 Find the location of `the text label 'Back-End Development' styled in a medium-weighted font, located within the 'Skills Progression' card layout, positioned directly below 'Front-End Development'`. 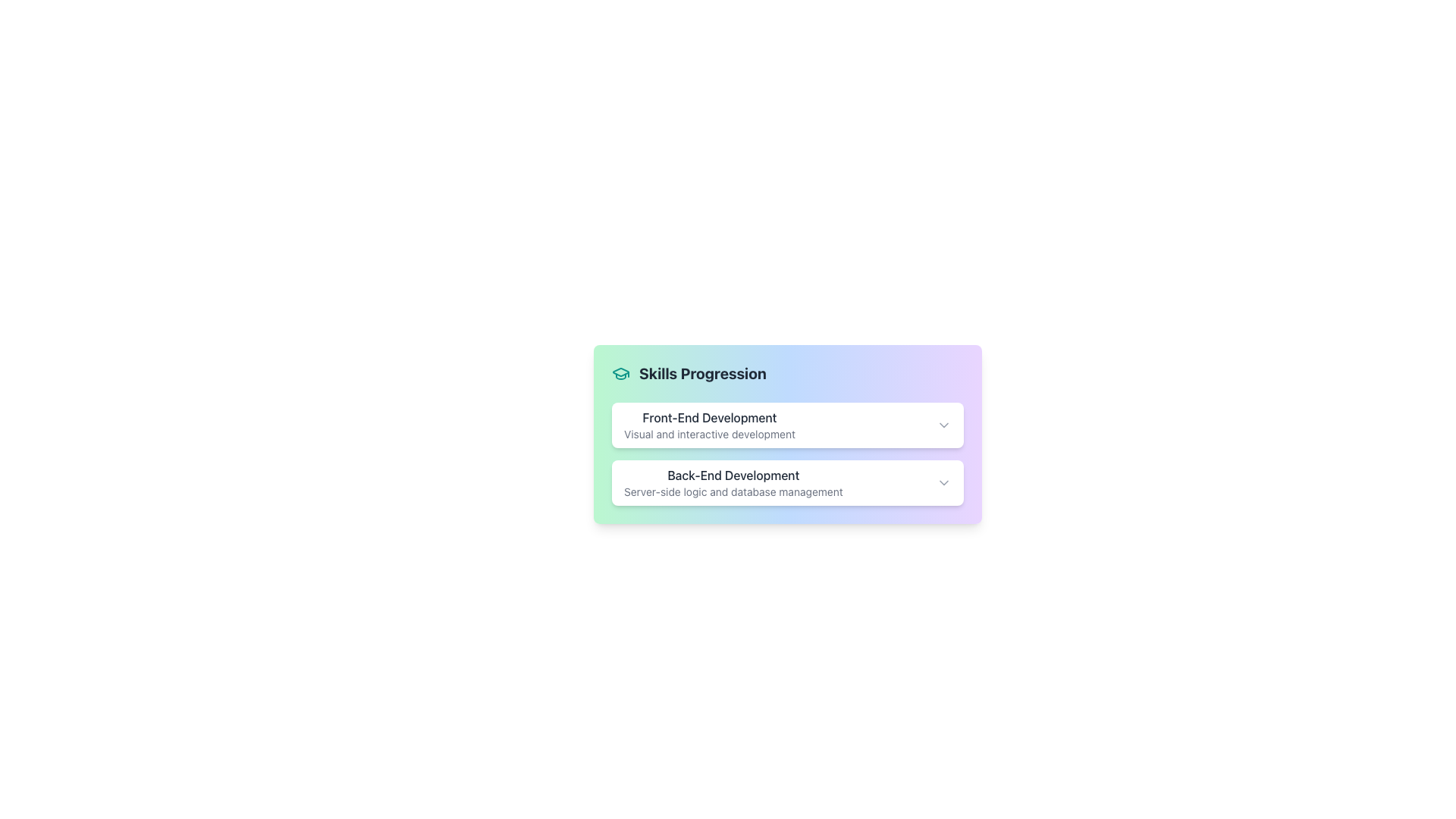

the text label 'Back-End Development' styled in a medium-weighted font, located within the 'Skills Progression' card layout, positioned directly below 'Front-End Development' is located at coordinates (733, 475).